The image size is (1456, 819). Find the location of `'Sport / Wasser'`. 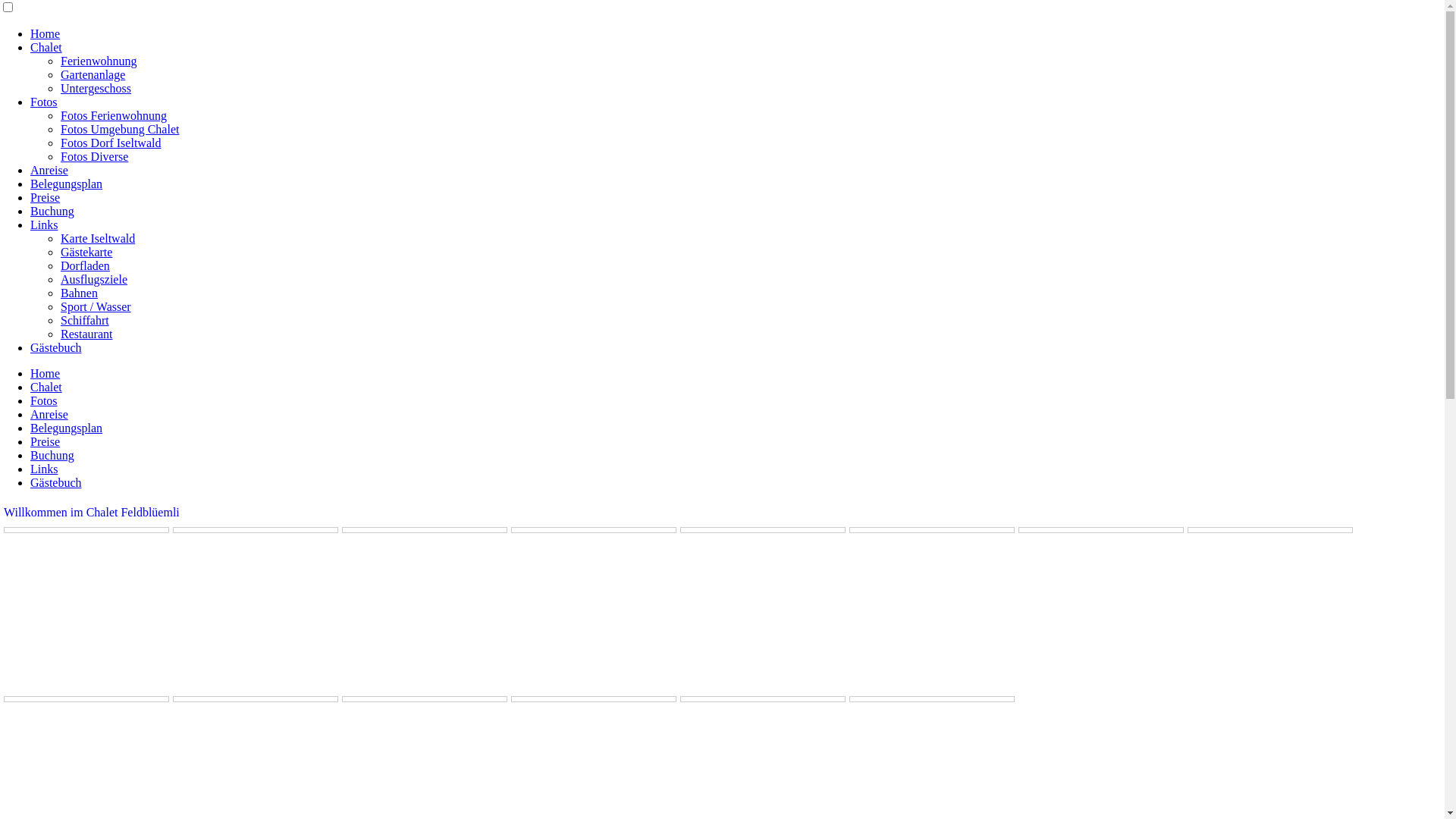

'Sport / Wasser' is located at coordinates (95, 306).